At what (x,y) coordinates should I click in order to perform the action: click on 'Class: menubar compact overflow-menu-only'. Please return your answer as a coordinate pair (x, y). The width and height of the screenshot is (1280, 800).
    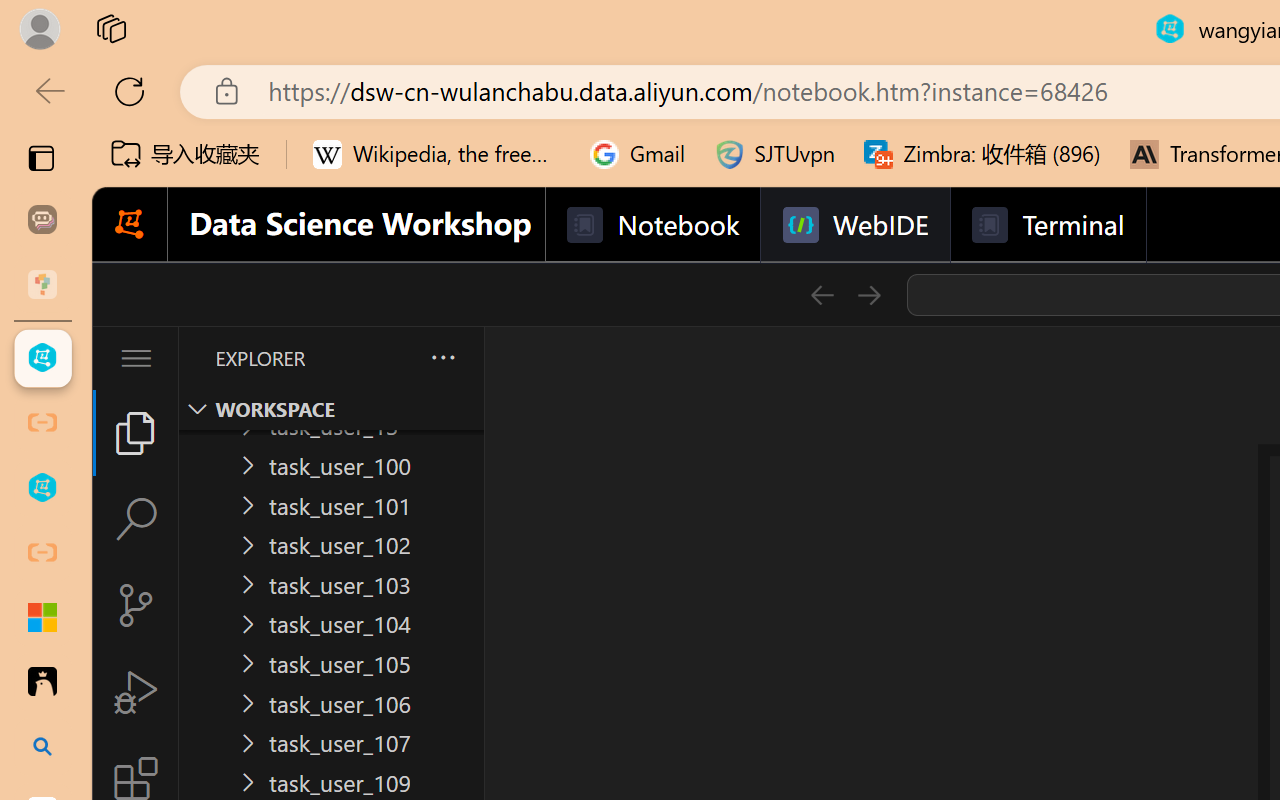
    Looking at the image, I should click on (134, 358).